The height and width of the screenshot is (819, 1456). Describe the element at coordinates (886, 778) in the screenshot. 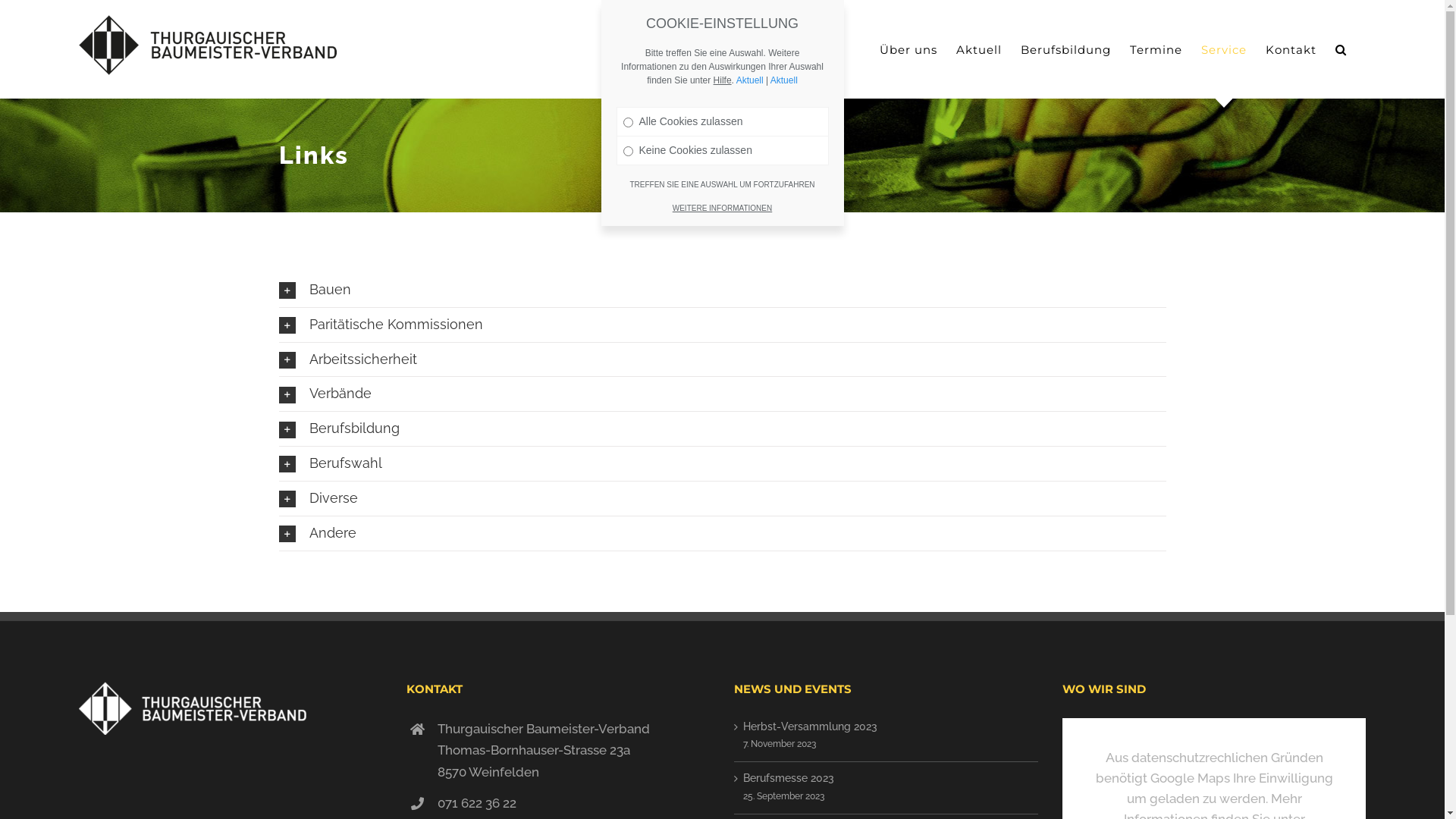

I see `'Berufsmesse 2023'` at that location.